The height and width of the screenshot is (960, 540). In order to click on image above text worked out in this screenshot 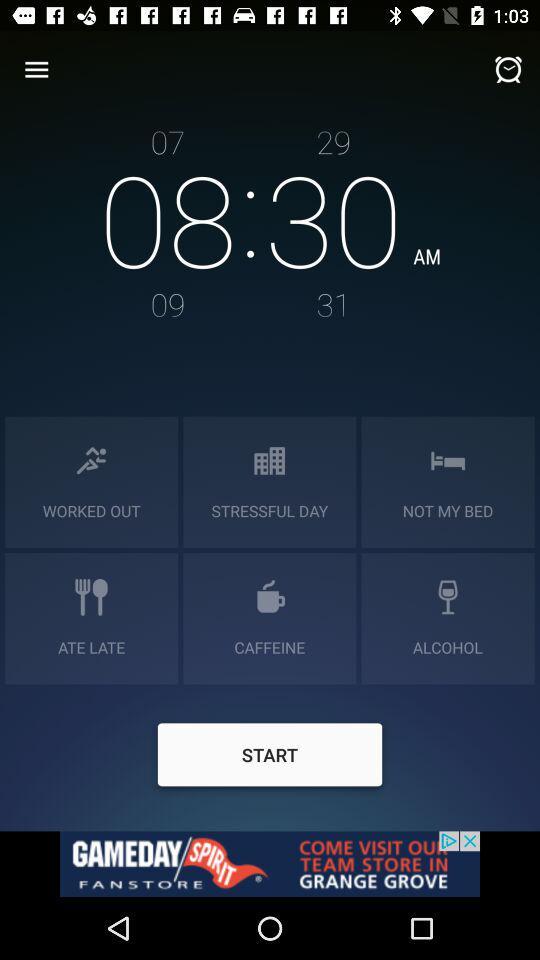, I will do `click(90, 460)`.